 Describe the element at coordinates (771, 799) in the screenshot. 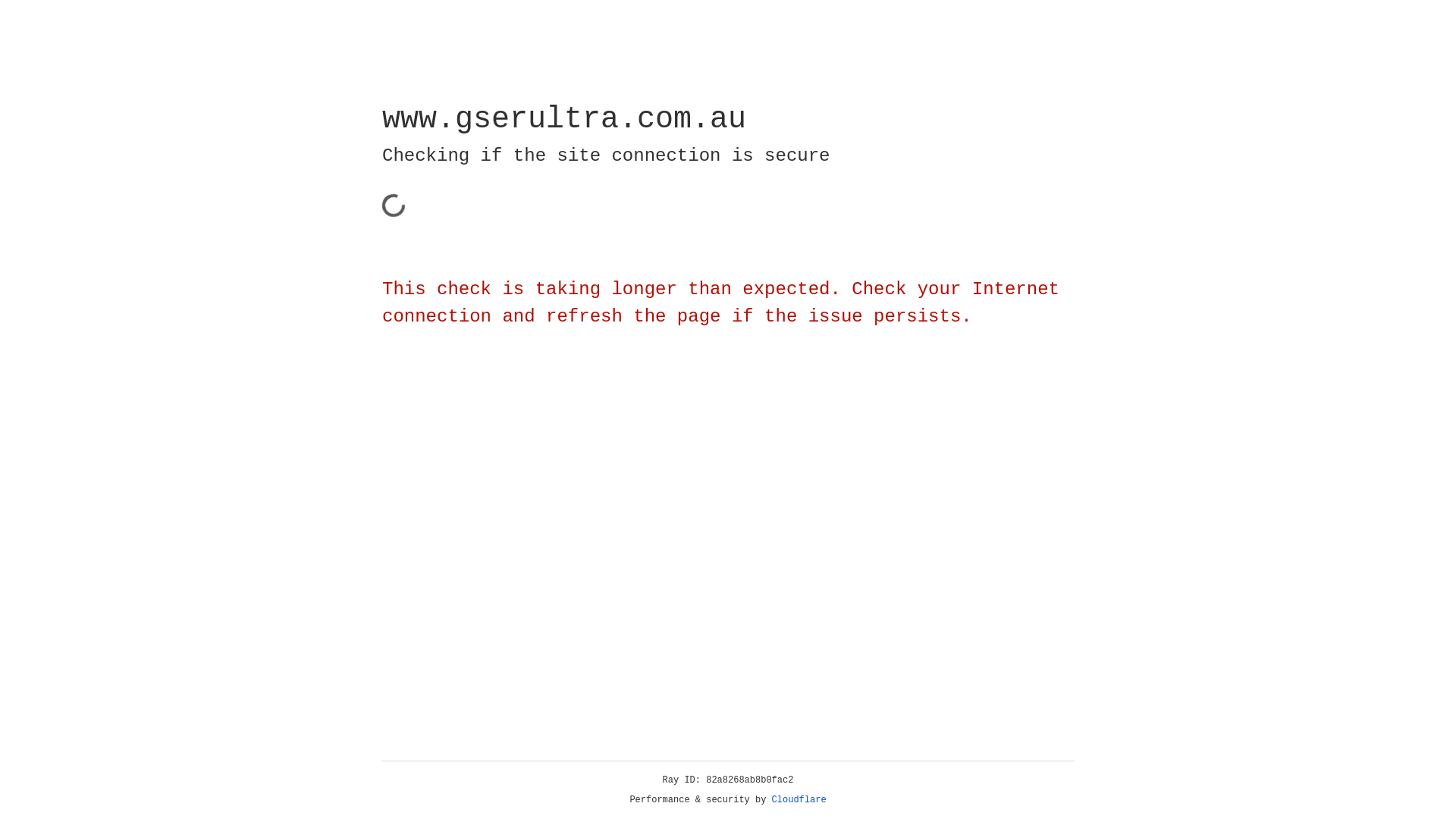

I see `'Cloudflare'` at that location.